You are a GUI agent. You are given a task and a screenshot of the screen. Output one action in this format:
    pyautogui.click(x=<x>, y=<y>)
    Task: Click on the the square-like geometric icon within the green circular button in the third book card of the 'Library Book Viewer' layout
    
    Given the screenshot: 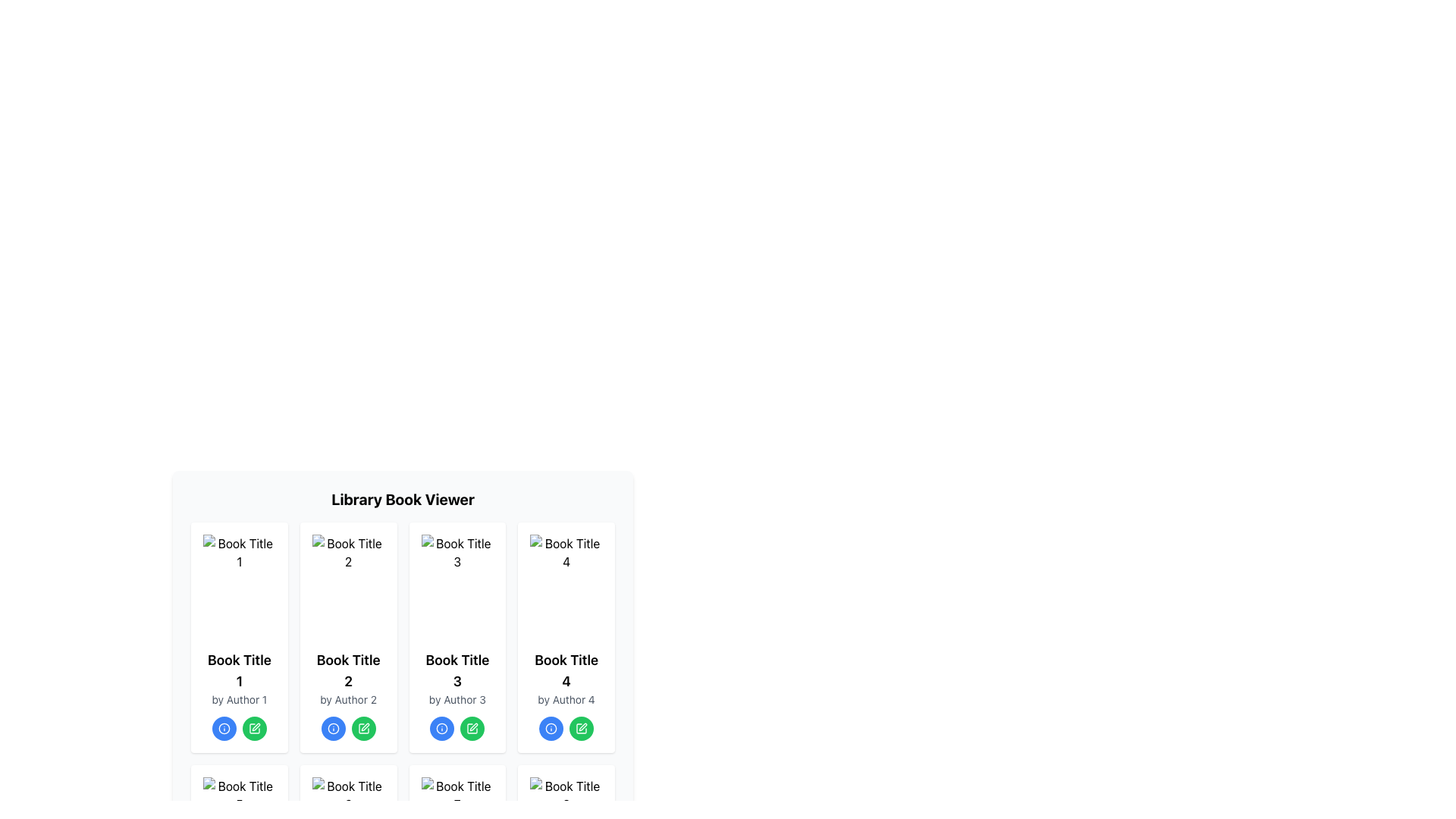 What is the action you would take?
    pyautogui.click(x=362, y=727)
    